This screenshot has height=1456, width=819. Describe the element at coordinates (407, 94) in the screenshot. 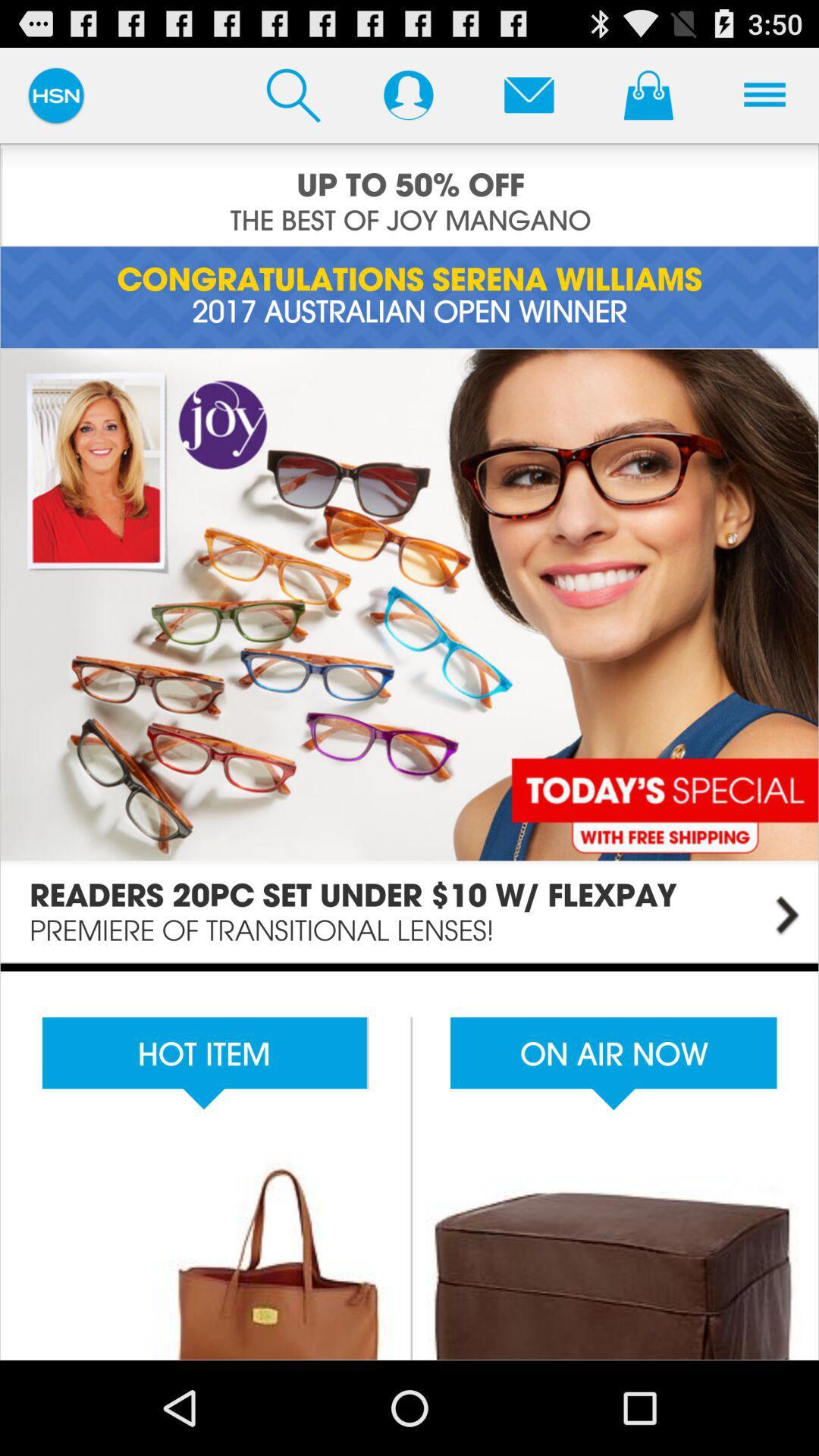

I see `open profile` at that location.